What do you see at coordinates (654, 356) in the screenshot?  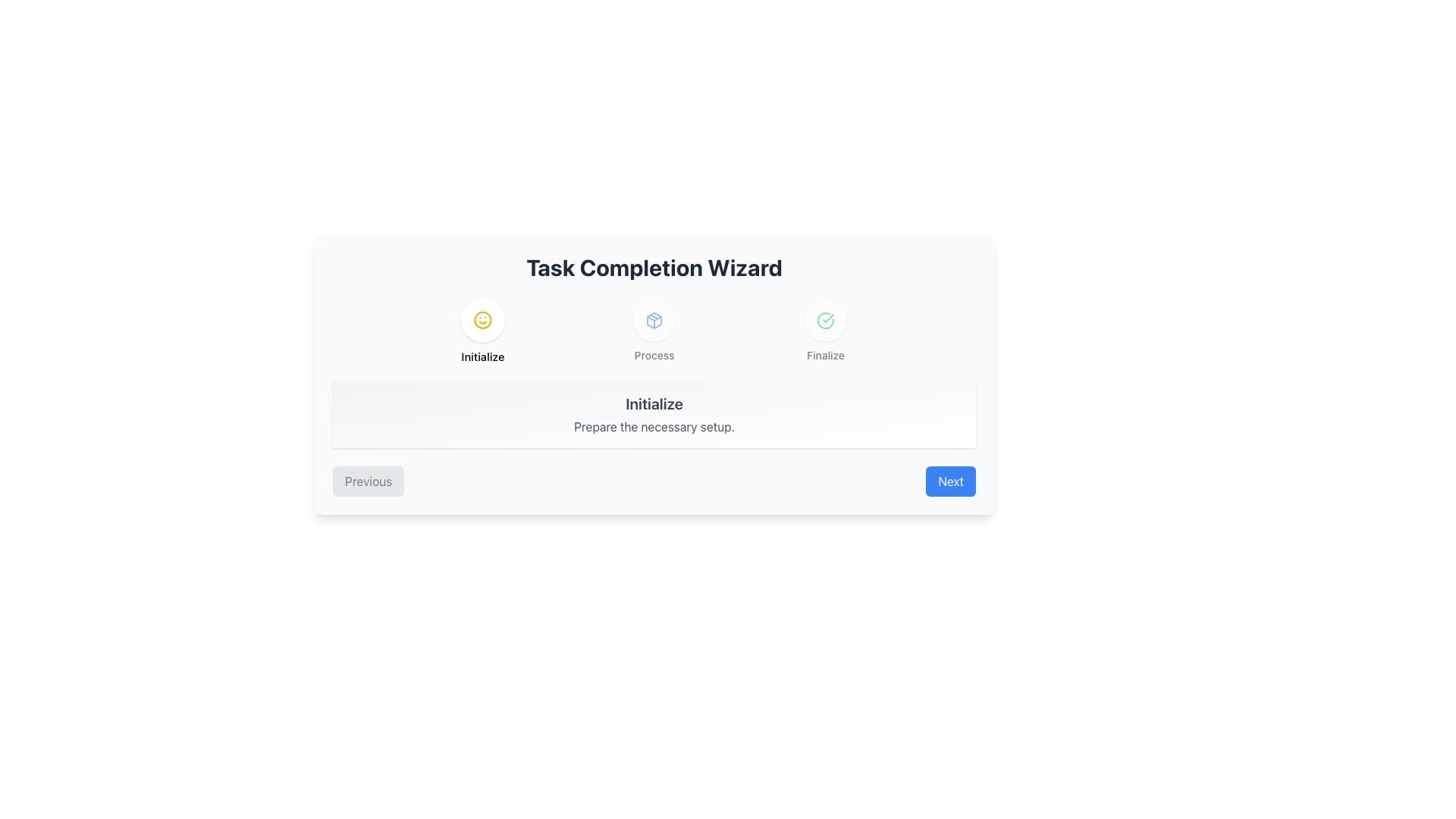 I see `the text label displaying 'Process', which is styled with small text size and medium weight font, located centrally below the blue package icon in the horizontal step navigation component` at bounding box center [654, 356].